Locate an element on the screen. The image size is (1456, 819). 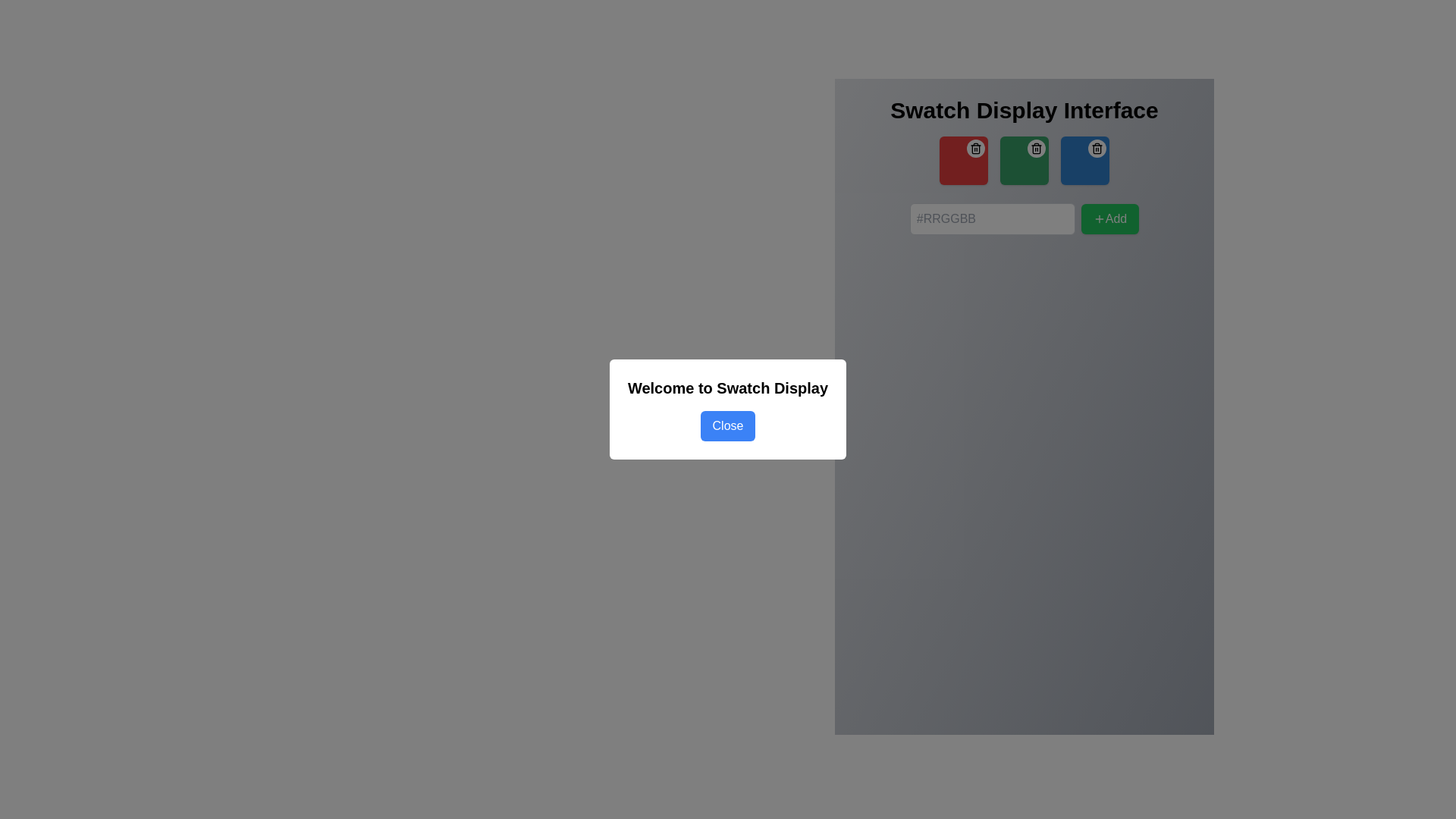
the small circular button located at the top-right corner of the deep blue square tile with rounded corners is located at coordinates (1084, 161).